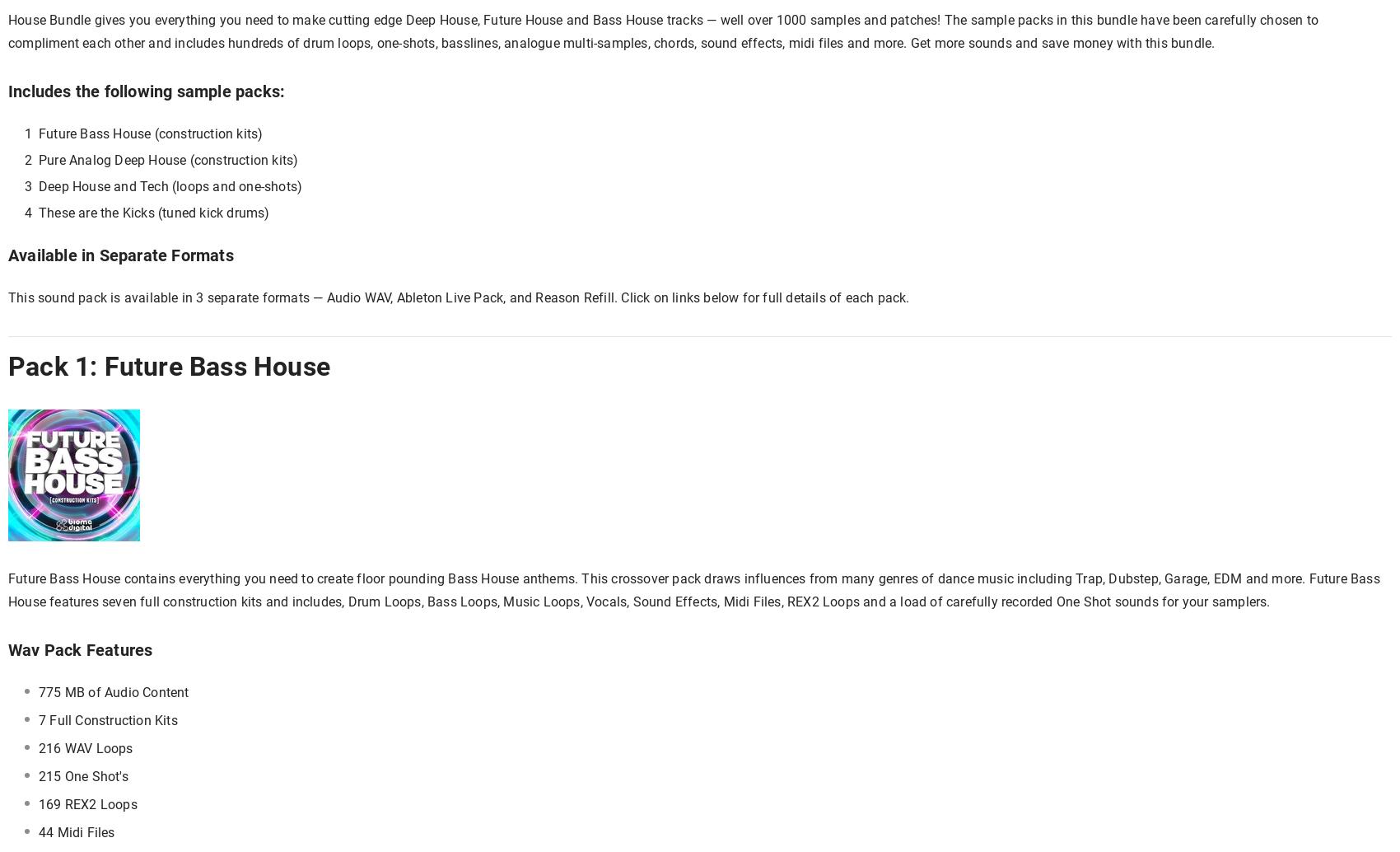 This screenshot has height=852, width=1400. I want to click on 'Includes the following sample packs:', so click(145, 91).